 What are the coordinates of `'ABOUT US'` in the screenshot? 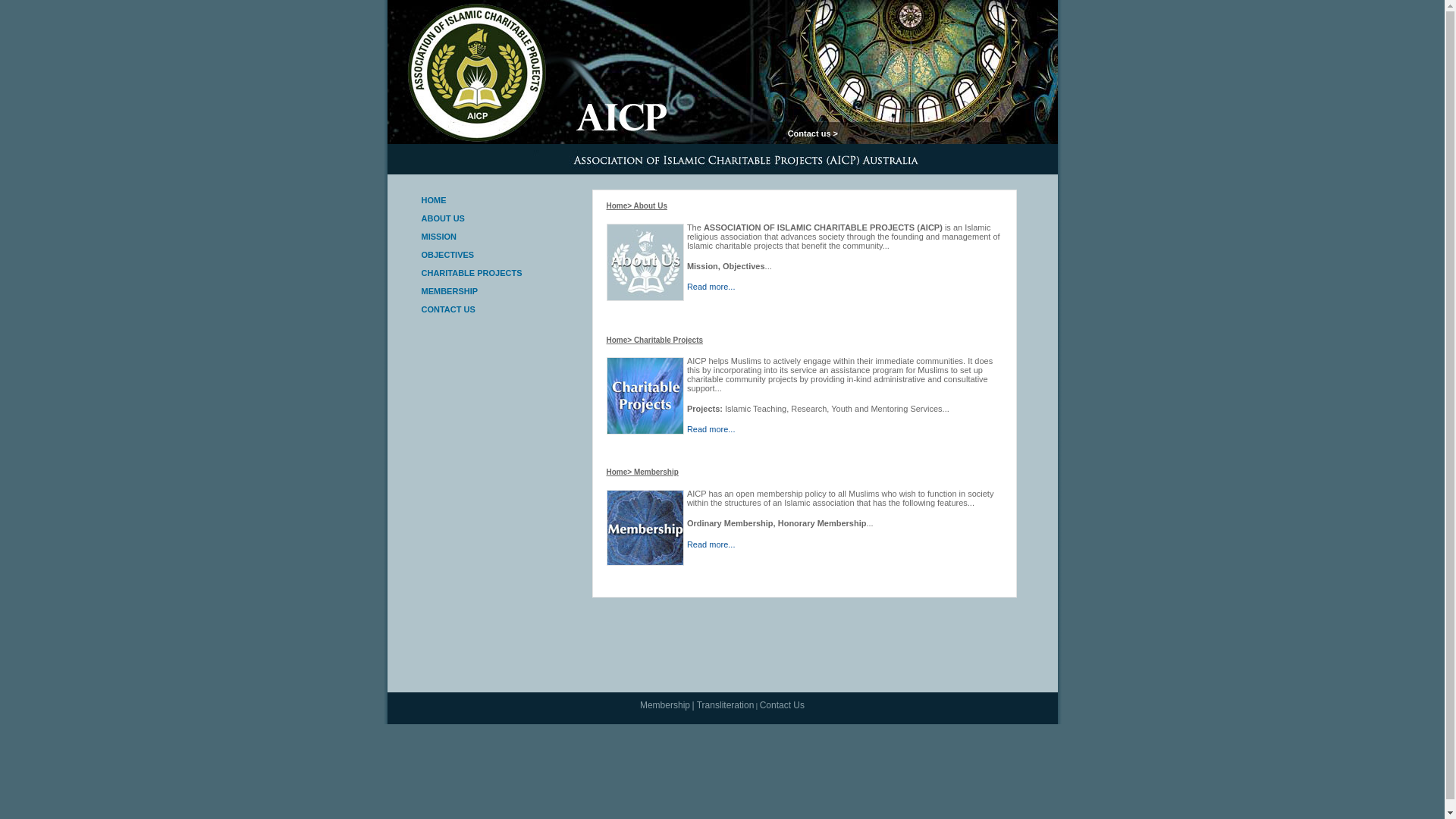 It's located at (422, 218).